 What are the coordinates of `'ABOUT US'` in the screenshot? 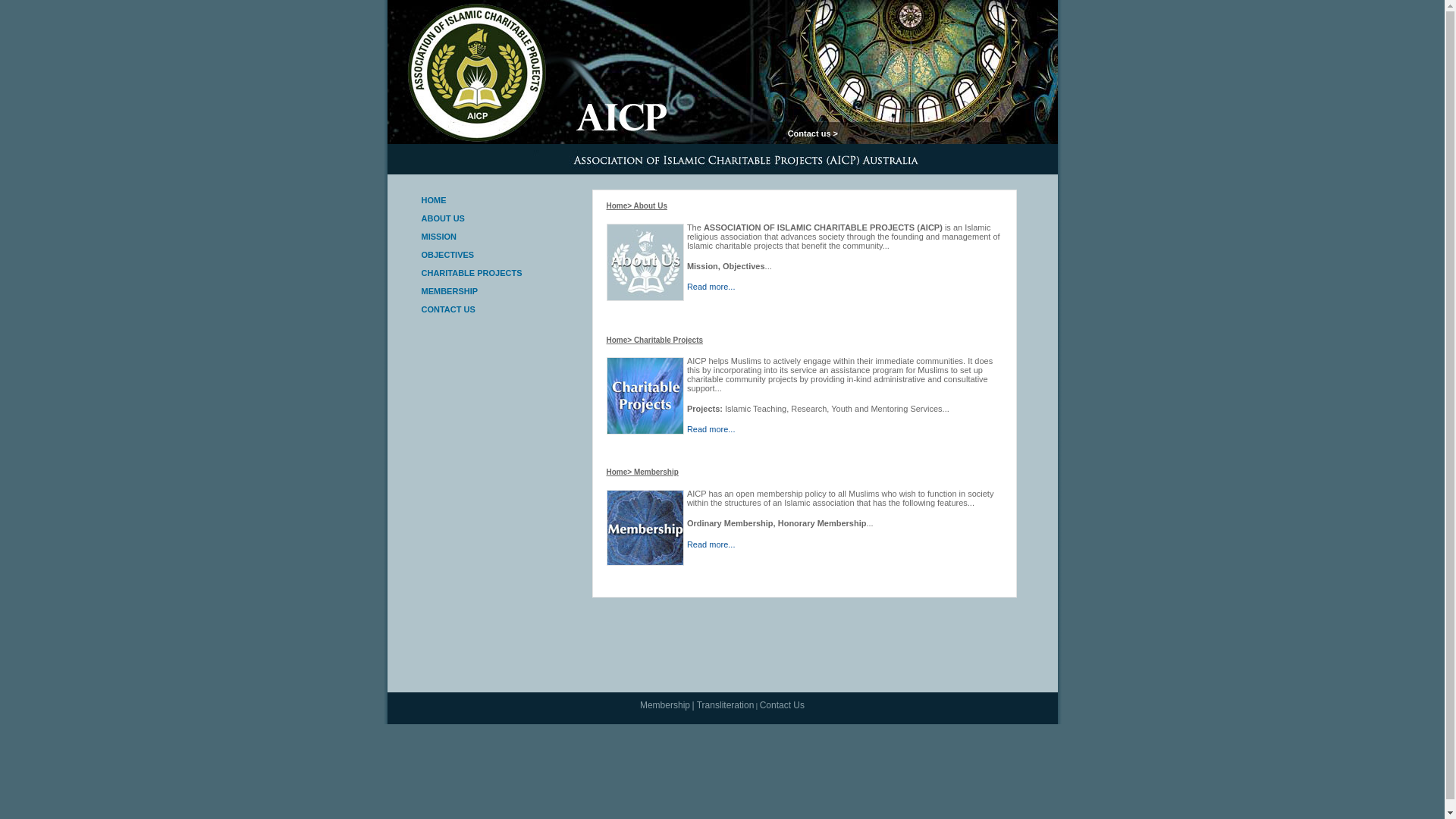 It's located at (422, 218).